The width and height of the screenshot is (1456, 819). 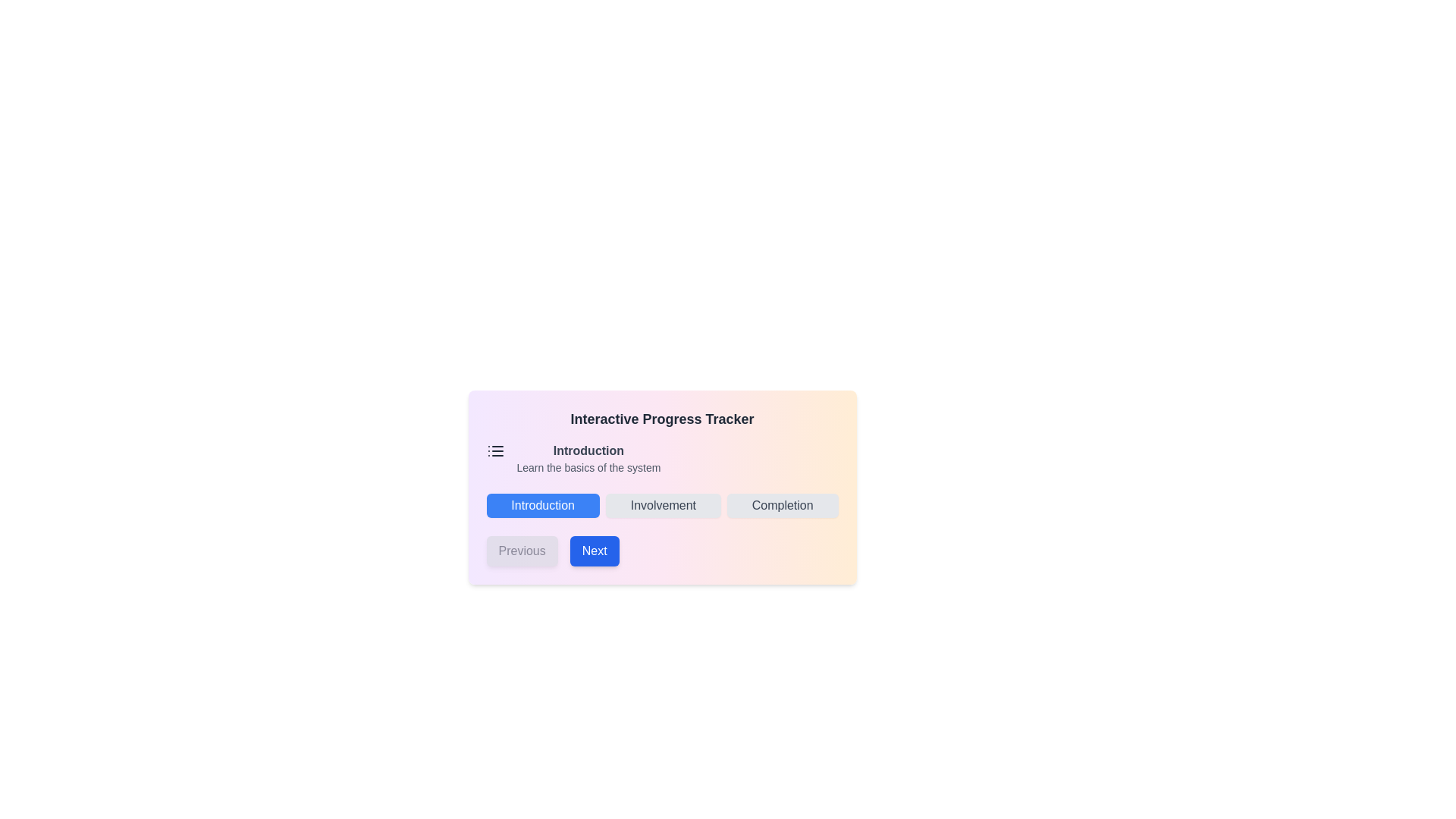 What do you see at coordinates (662, 488) in the screenshot?
I see `the 'Introduction', 'Involvement', or 'Completion' button in the 'Interactive Progress Tracker' section to change the progress step` at bounding box center [662, 488].